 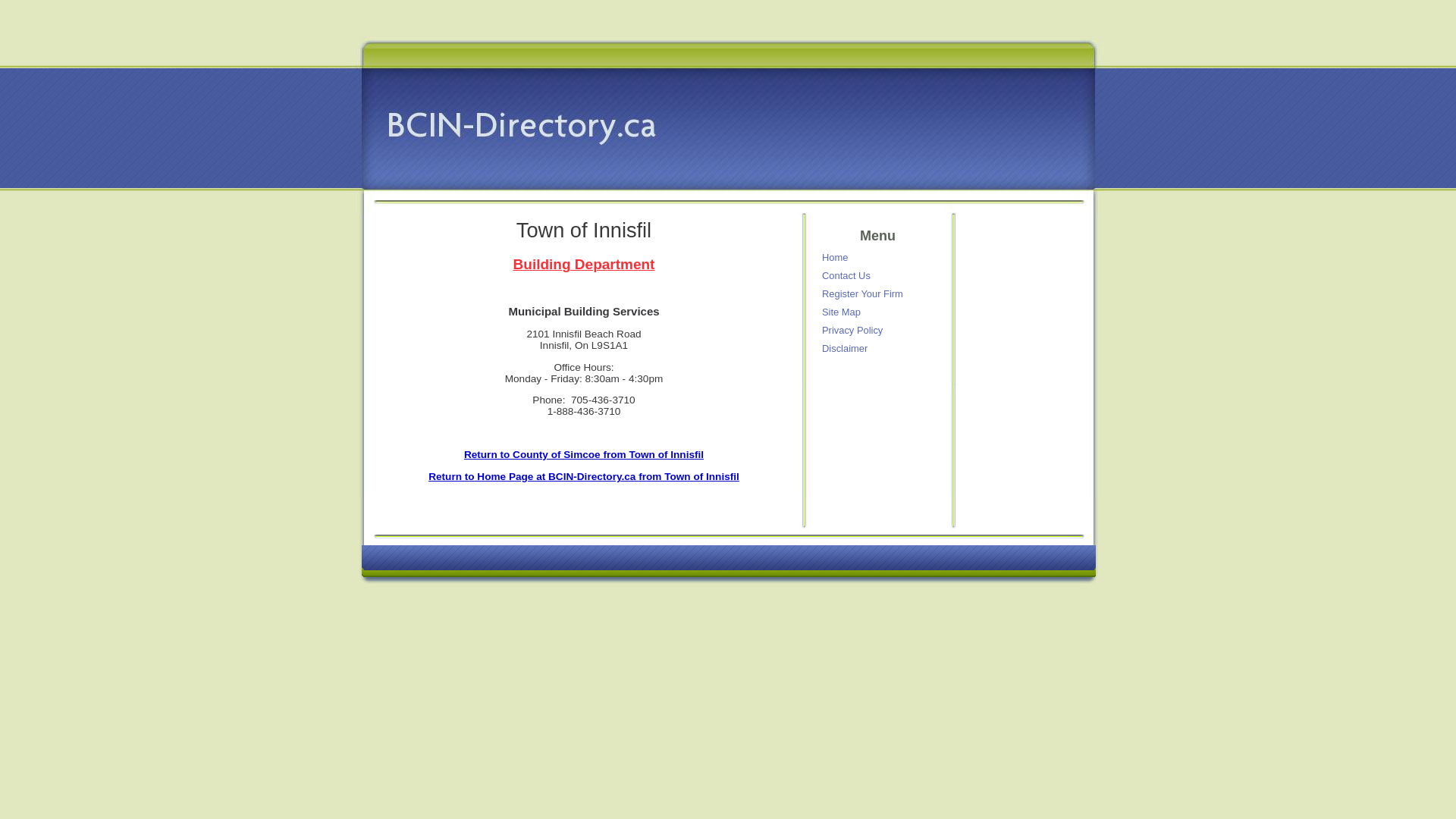 I want to click on 'Privacy Policy', so click(x=880, y=329).